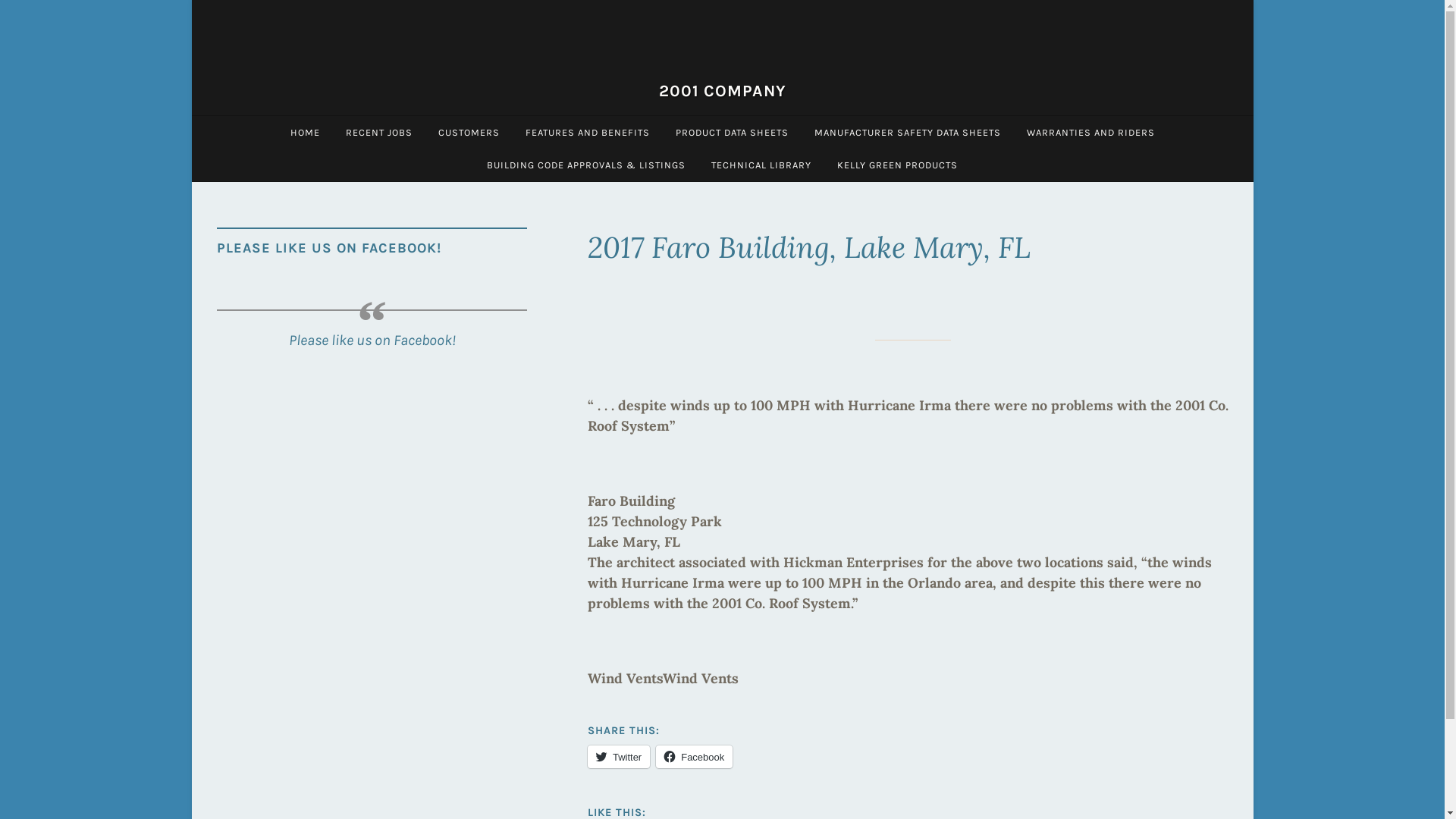  What do you see at coordinates (906, 131) in the screenshot?
I see `'MANUFACTURER SAFETY DATA SHEETS'` at bounding box center [906, 131].